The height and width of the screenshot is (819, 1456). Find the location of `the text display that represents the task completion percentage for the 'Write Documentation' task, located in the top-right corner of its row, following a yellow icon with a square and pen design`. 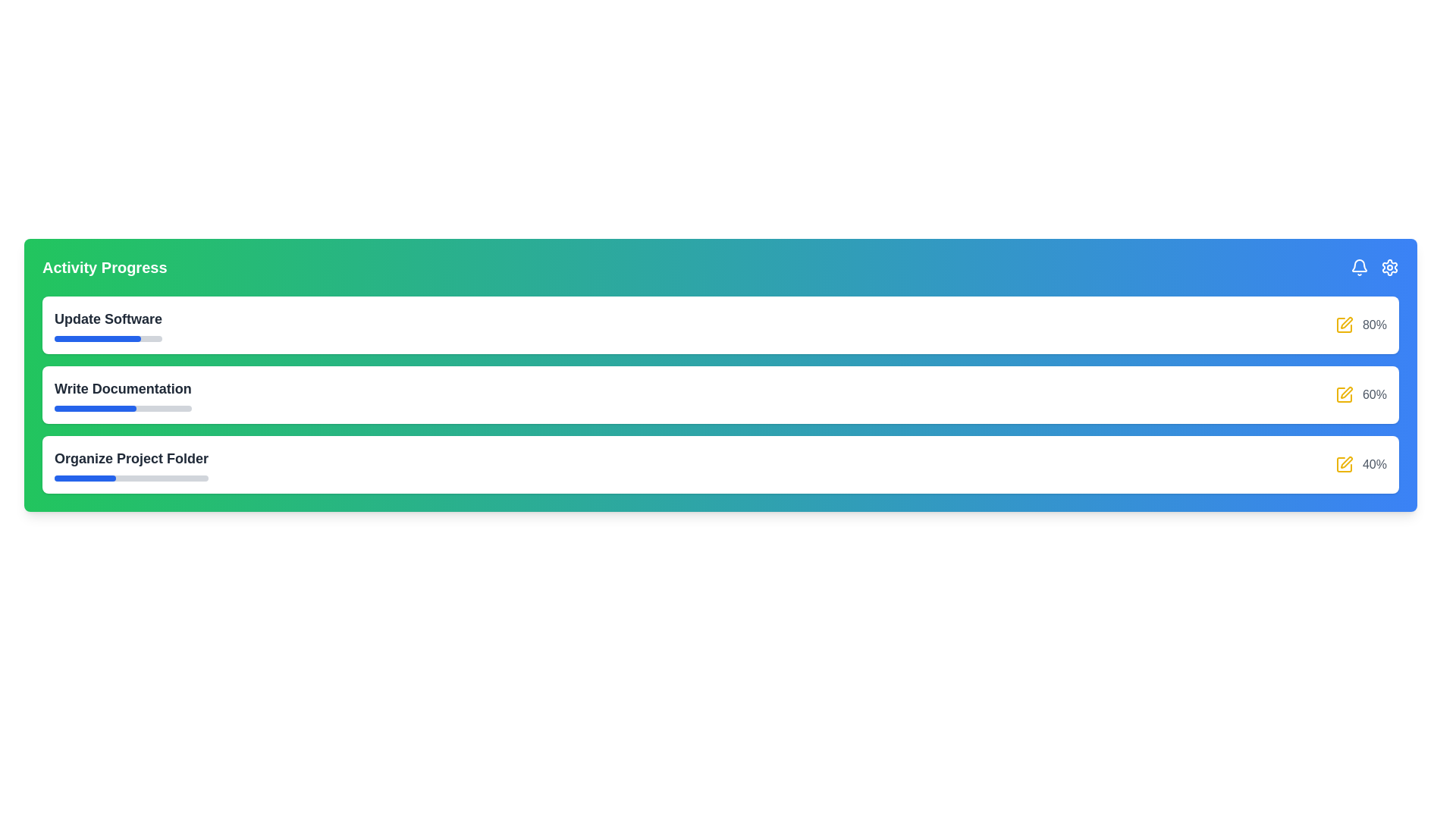

the text display that represents the task completion percentage for the 'Write Documentation' task, located in the top-right corner of its row, following a yellow icon with a square and pen design is located at coordinates (1375, 394).